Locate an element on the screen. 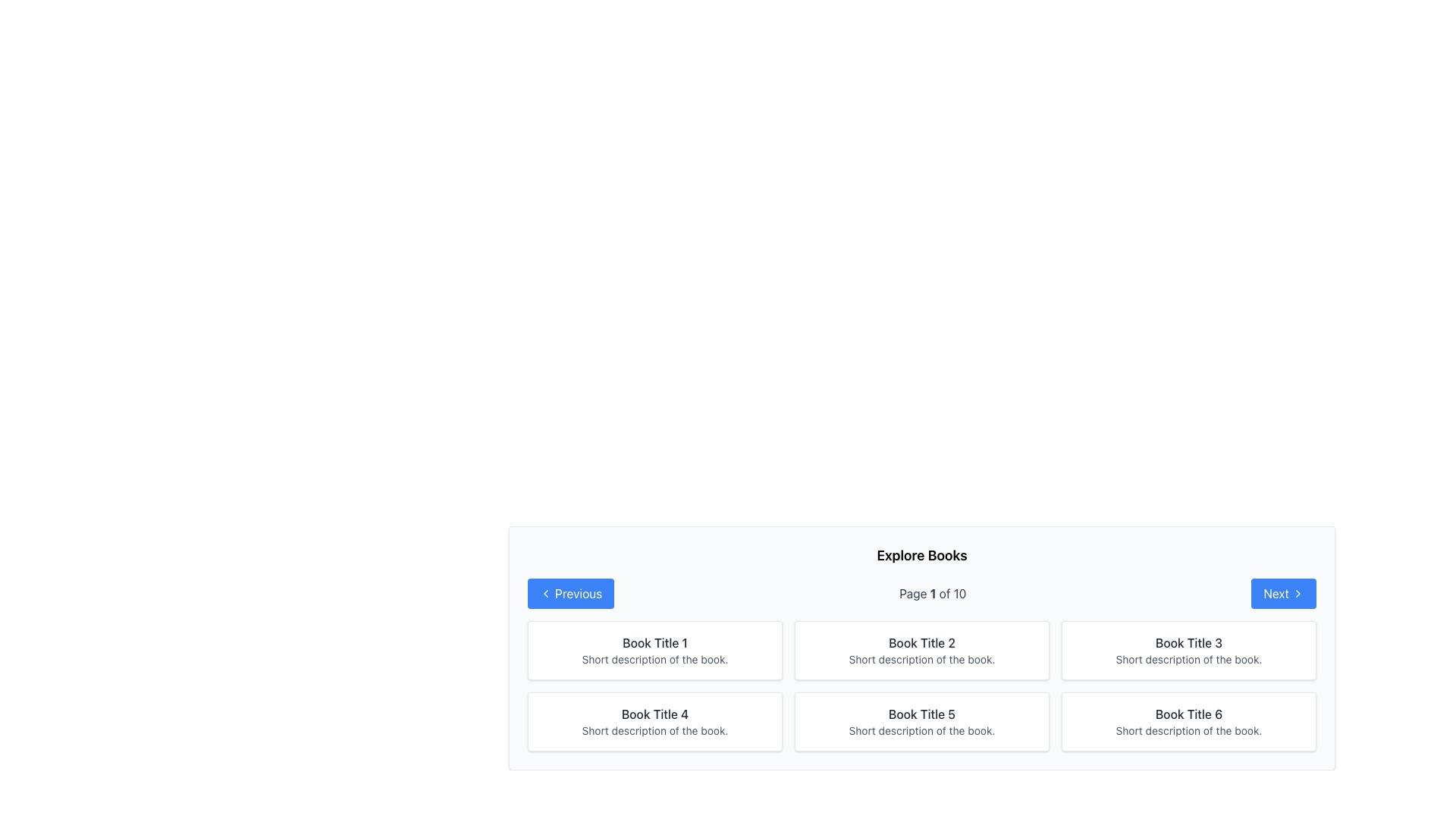 The width and height of the screenshot is (1456, 819). the pagination button located at the far right of the pagination bar is located at coordinates (1283, 593).